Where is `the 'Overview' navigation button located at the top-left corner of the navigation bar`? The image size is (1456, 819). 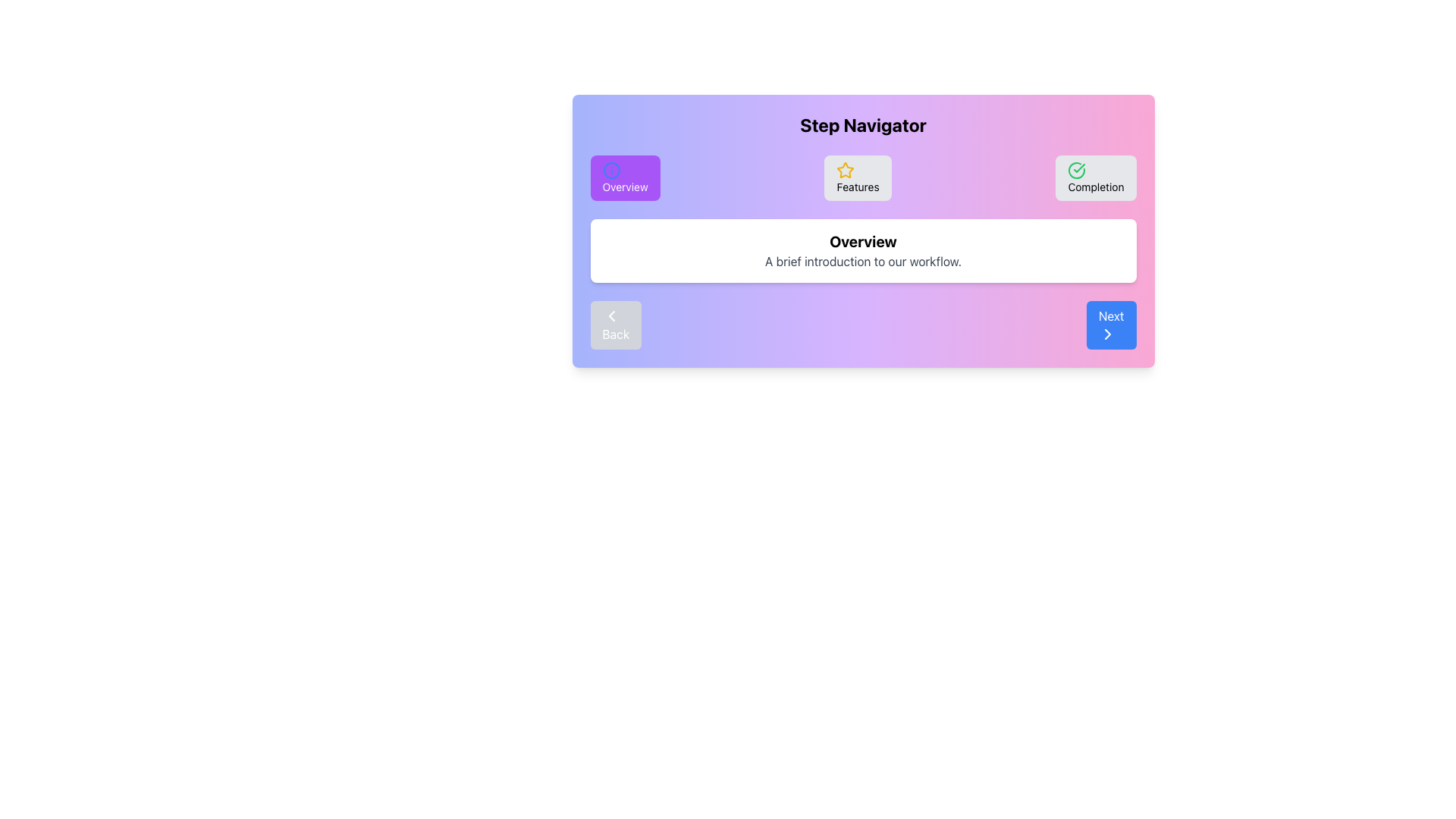 the 'Overview' navigation button located at the top-left corner of the navigation bar is located at coordinates (625, 177).